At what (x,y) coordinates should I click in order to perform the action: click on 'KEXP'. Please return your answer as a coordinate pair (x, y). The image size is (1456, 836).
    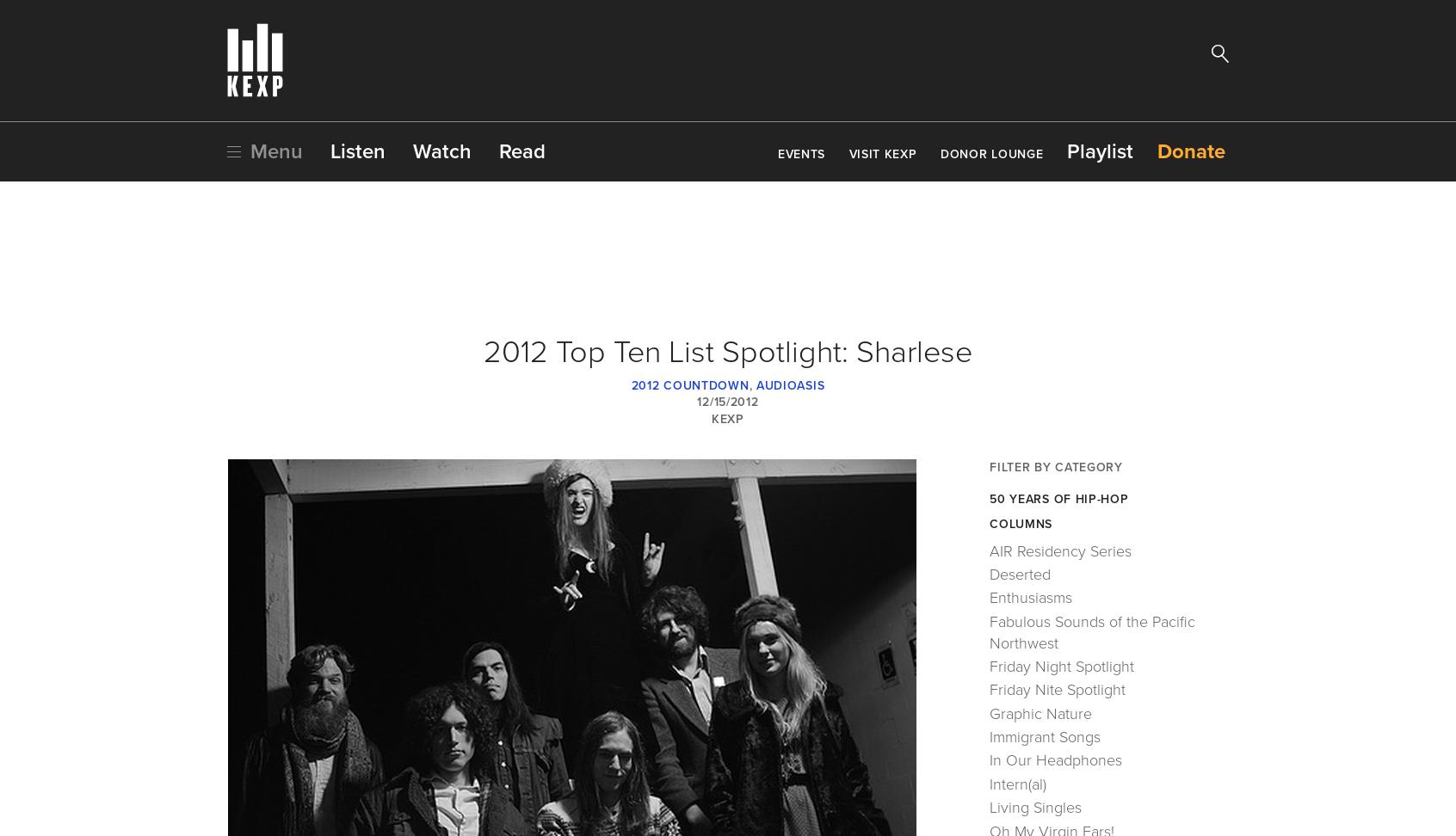
    Looking at the image, I should click on (727, 418).